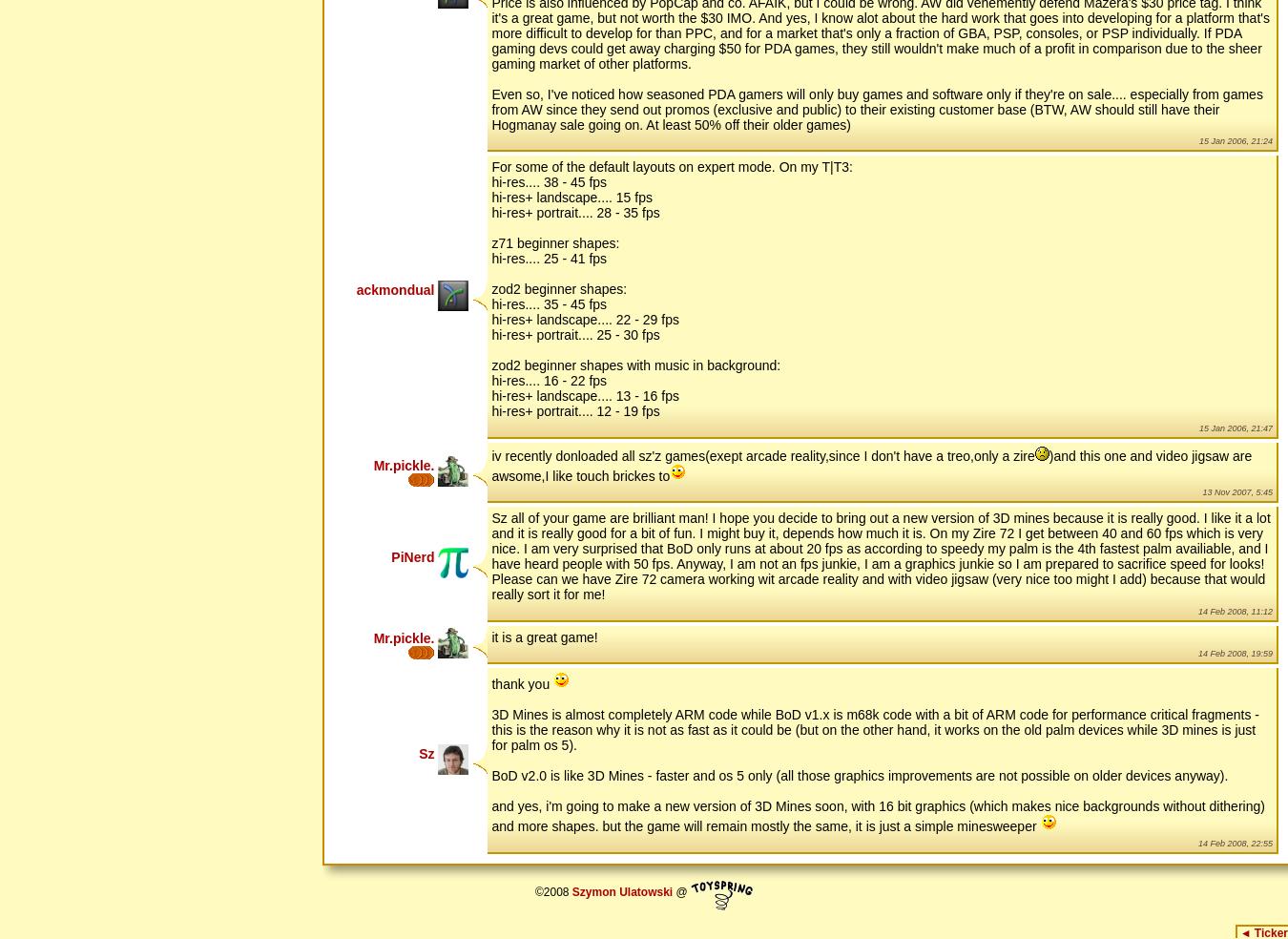 The image size is (1288, 939). Describe the element at coordinates (575, 333) in the screenshot. I see `'hi-res+ portrait.... 25 - 30 fps'` at that location.